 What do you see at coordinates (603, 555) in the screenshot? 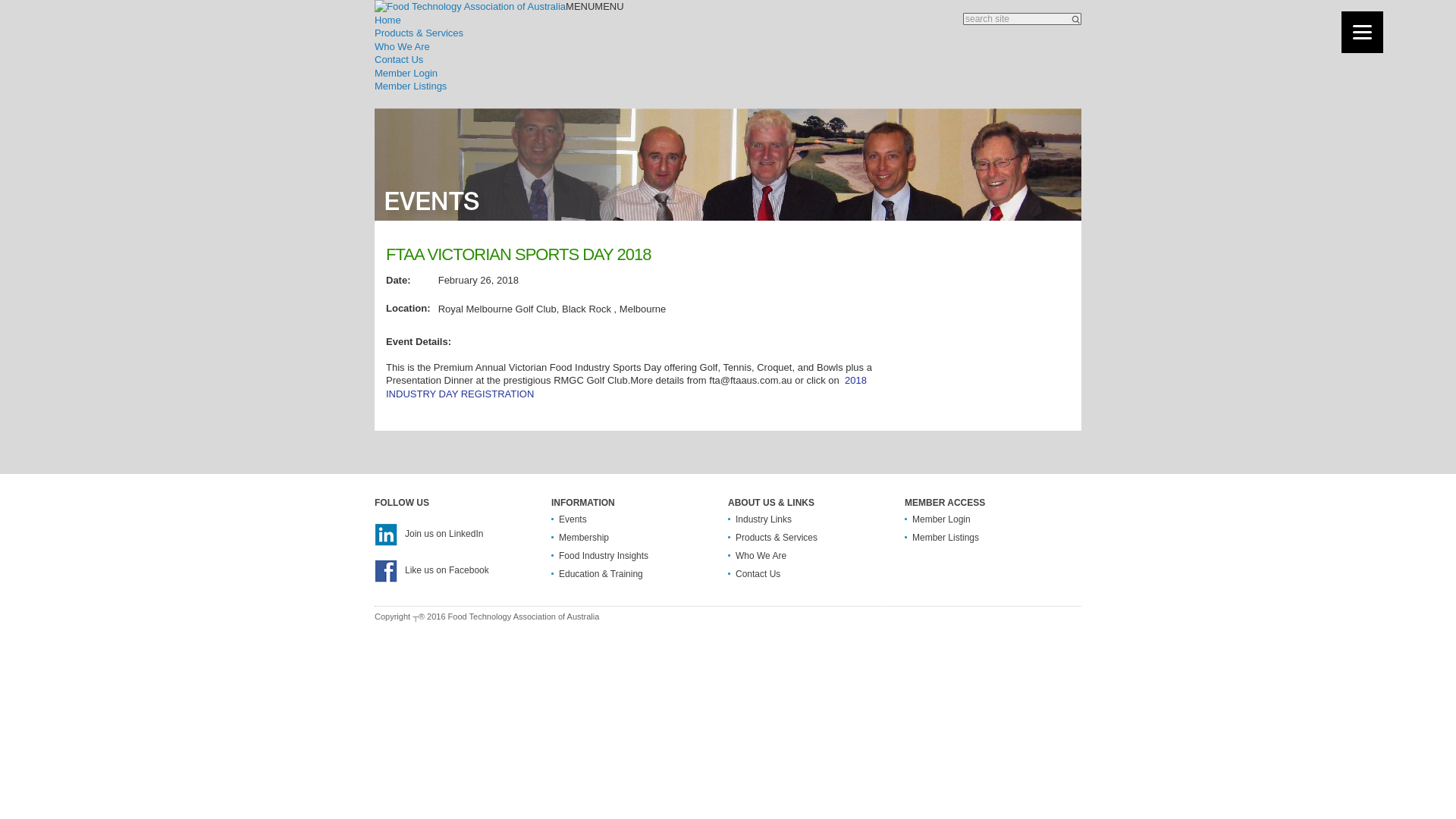
I see `'Food Industry Insights'` at bounding box center [603, 555].